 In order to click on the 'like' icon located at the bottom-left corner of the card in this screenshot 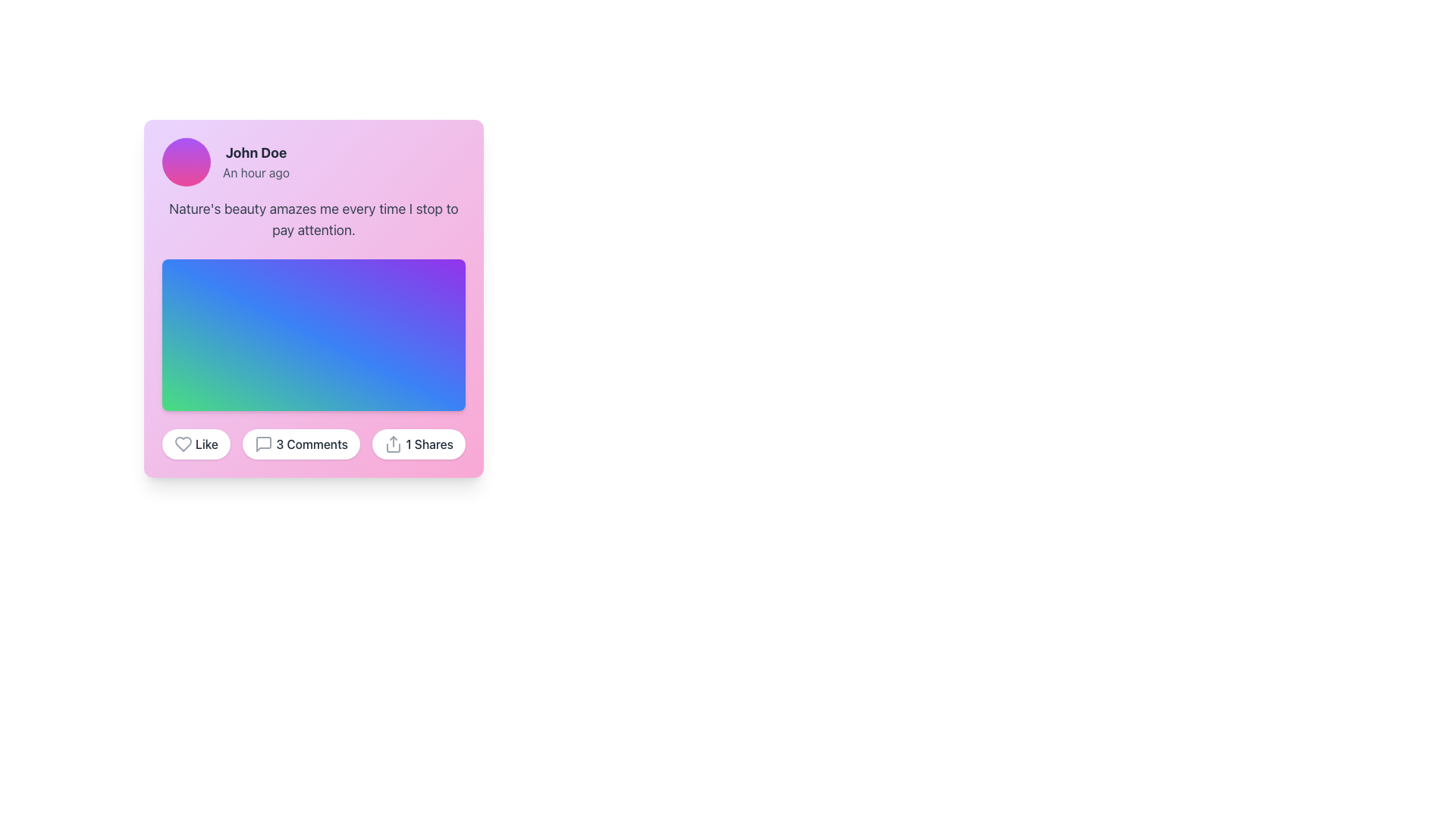, I will do `click(182, 444)`.